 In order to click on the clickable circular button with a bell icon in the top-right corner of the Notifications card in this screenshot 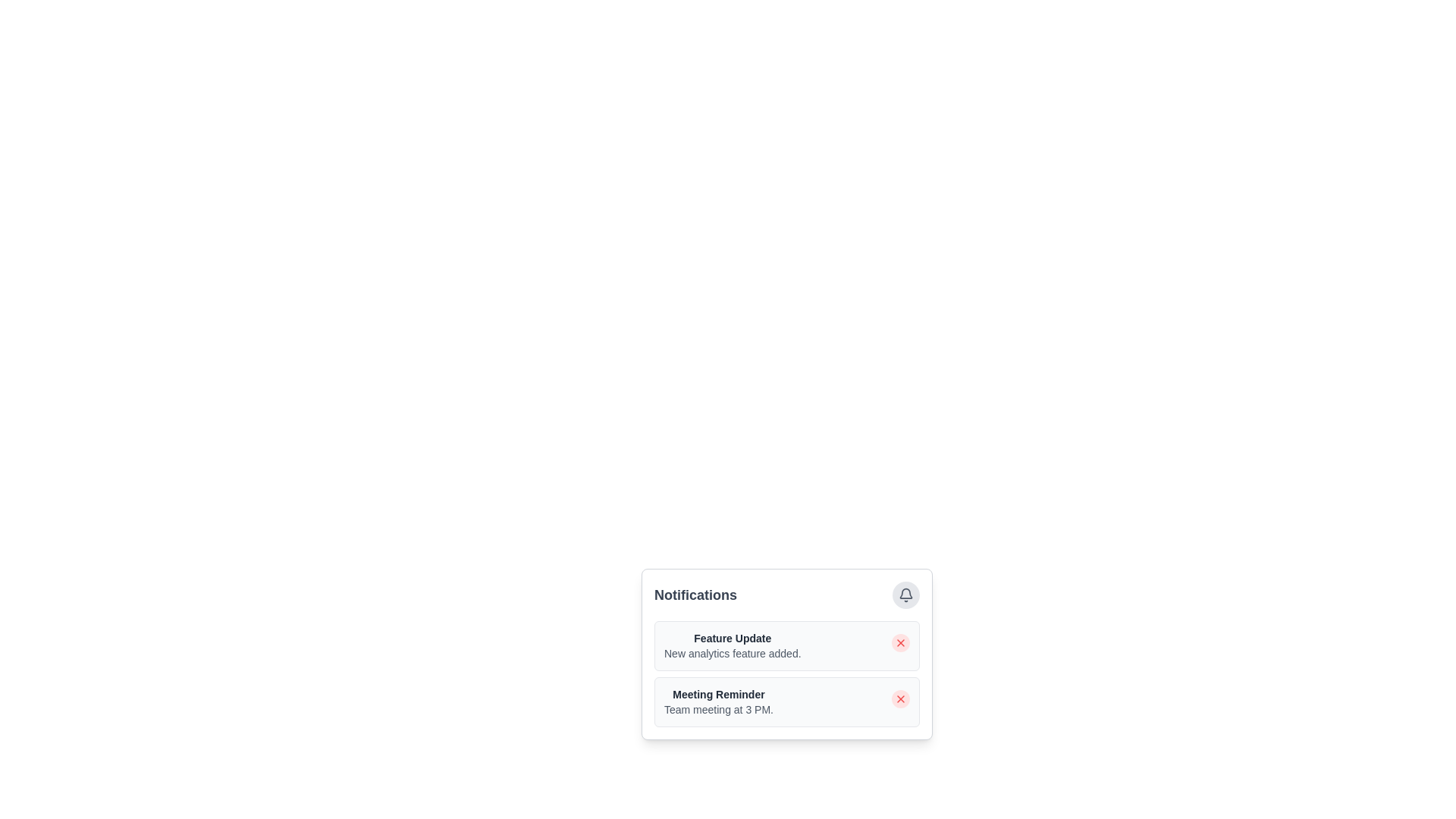, I will do `click(906, 595)`.